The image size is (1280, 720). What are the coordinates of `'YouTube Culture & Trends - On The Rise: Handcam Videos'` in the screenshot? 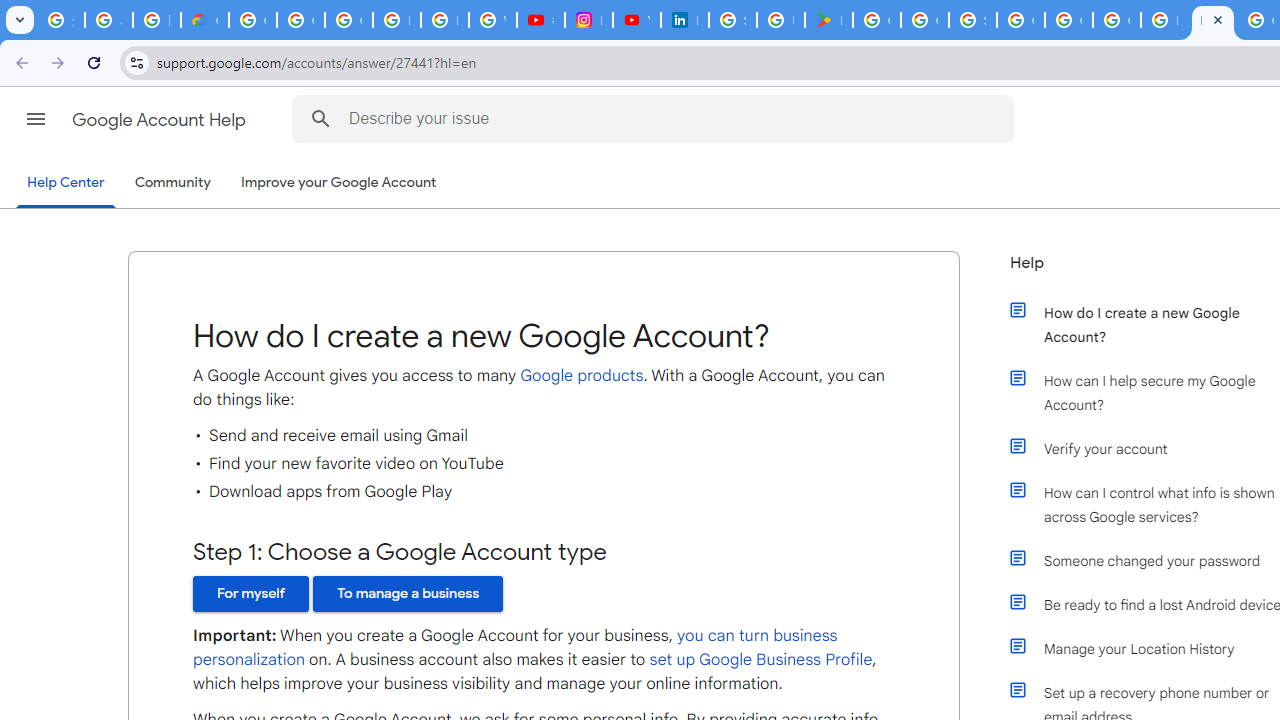 It's located at (635, 20).